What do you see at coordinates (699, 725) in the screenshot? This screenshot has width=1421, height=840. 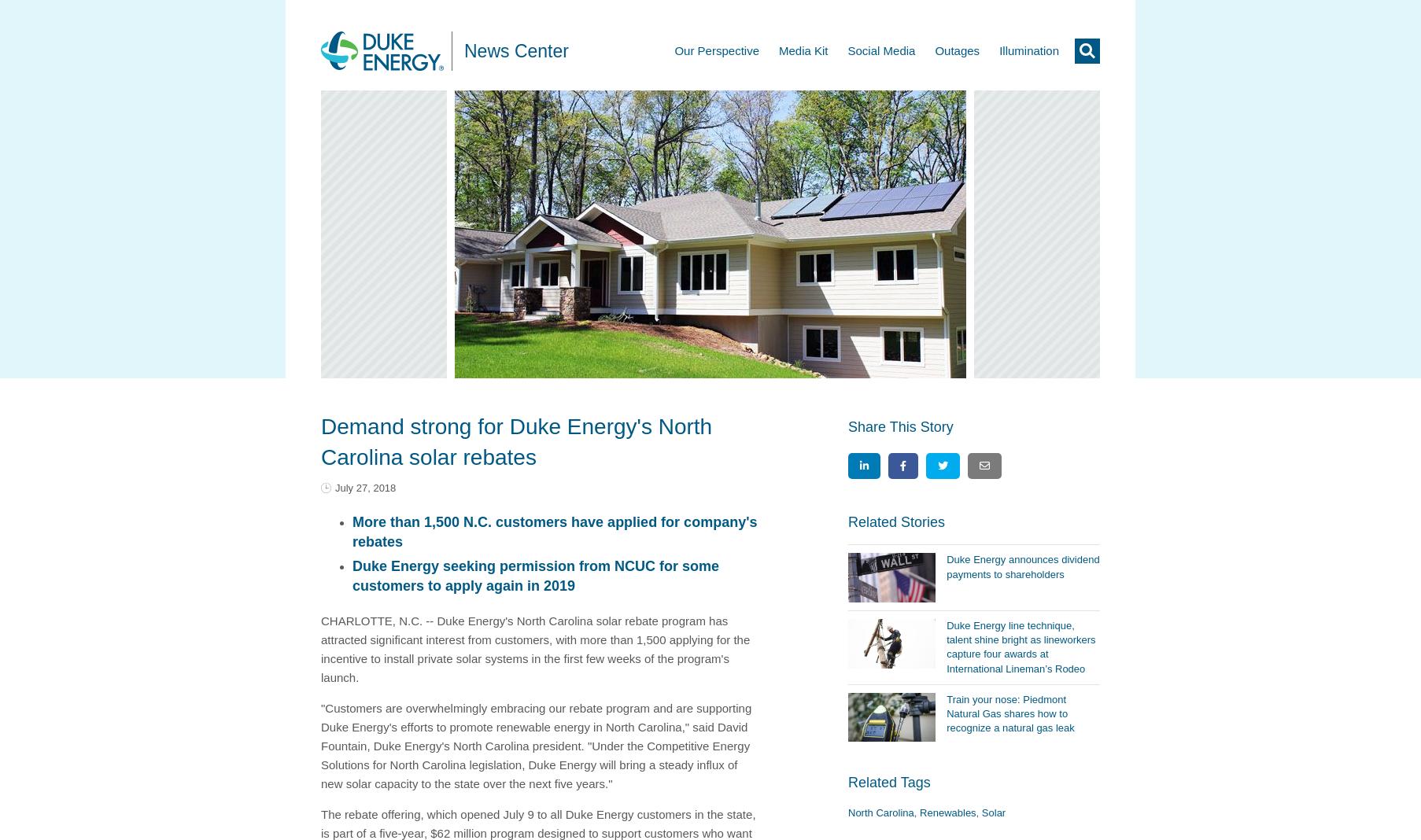 I see `'," said'` at bounding box center [699, 725].